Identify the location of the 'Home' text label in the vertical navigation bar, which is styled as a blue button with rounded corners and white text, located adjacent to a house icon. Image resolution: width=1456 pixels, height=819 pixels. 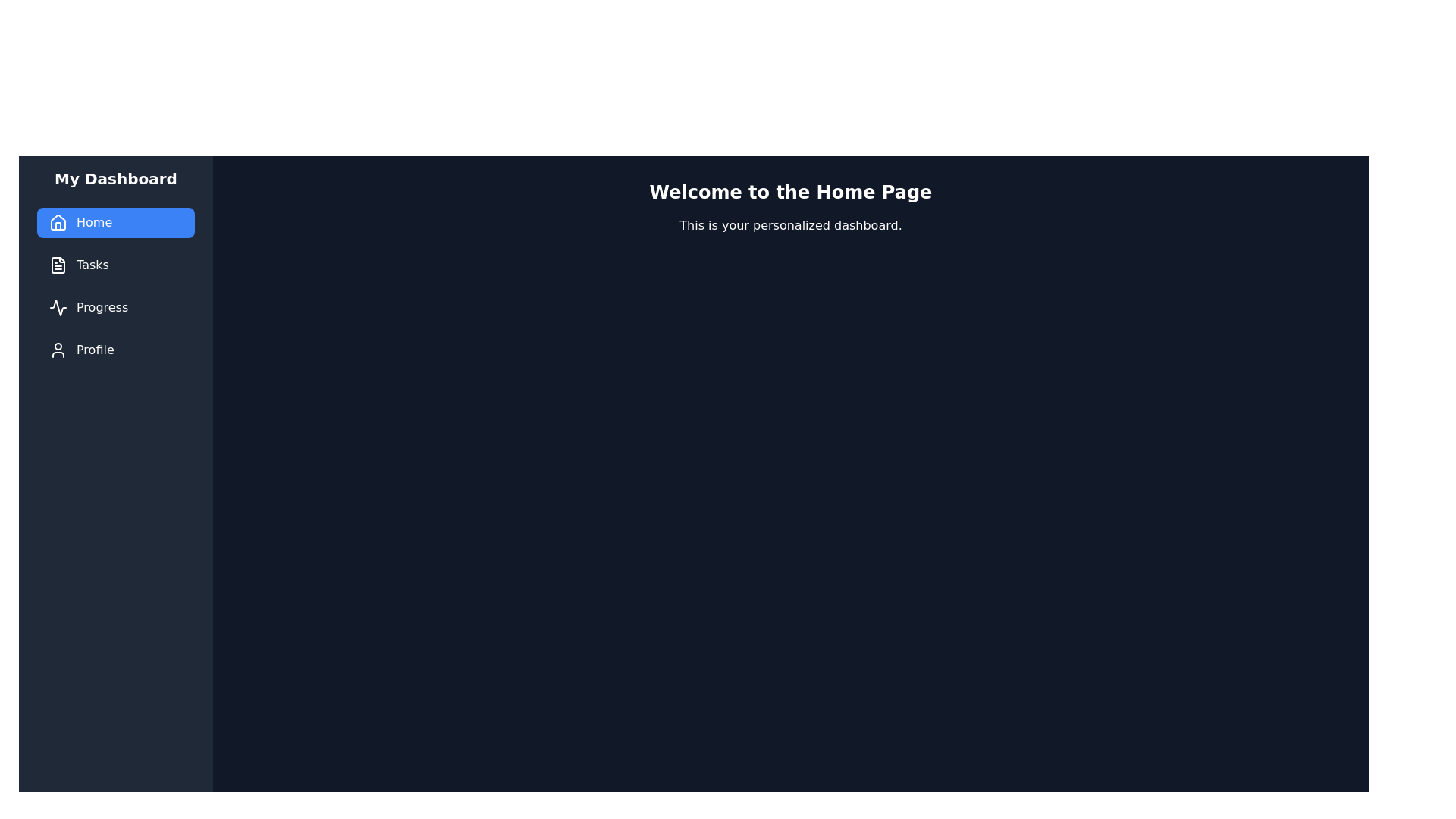
(93, 222).